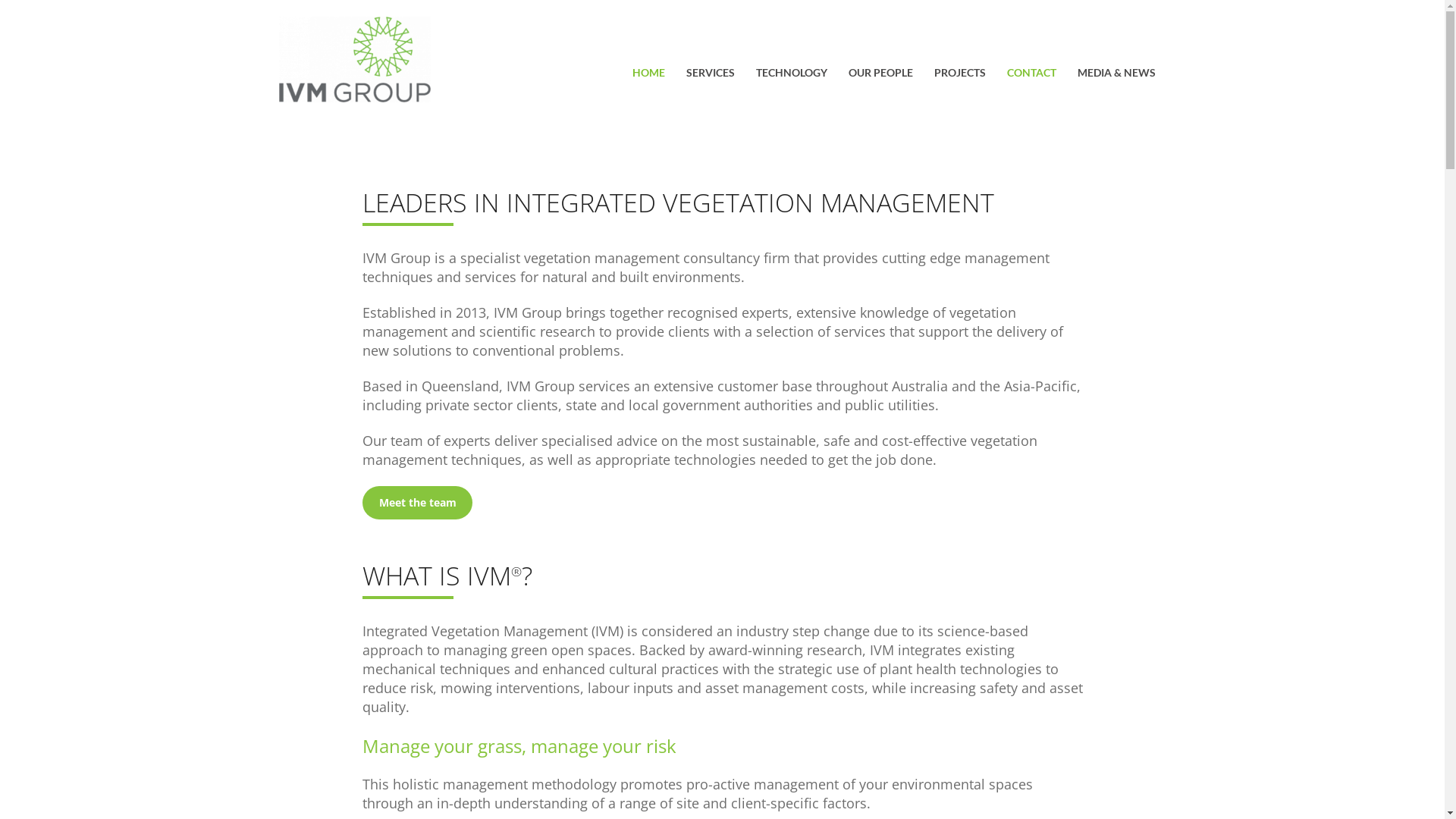 This screenshot has width=1456, height=819. I want to click on 'SERVICES', so click(709, 74).